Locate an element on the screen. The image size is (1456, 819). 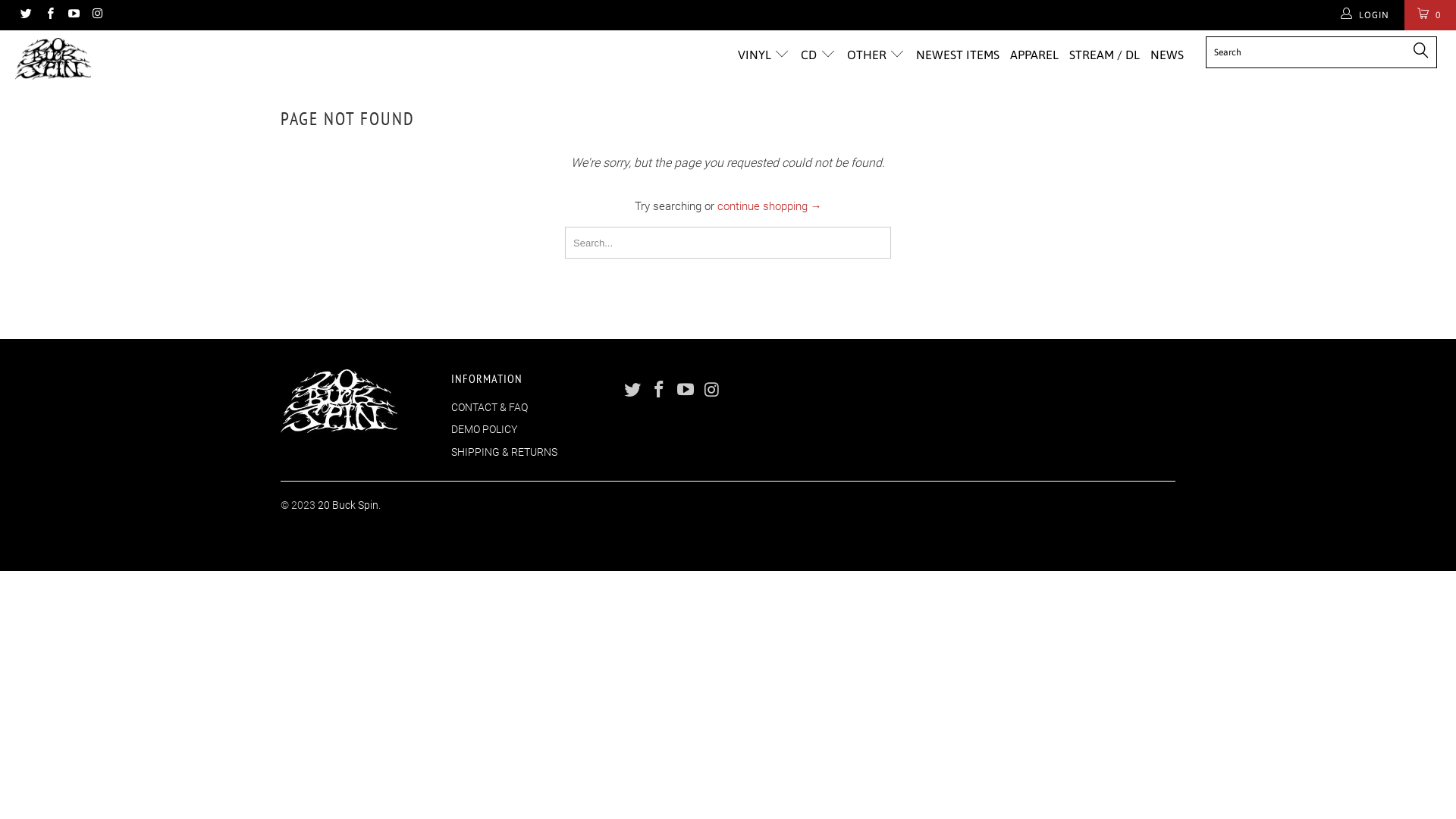
'OTHER' is located at coordinates (846, 54).